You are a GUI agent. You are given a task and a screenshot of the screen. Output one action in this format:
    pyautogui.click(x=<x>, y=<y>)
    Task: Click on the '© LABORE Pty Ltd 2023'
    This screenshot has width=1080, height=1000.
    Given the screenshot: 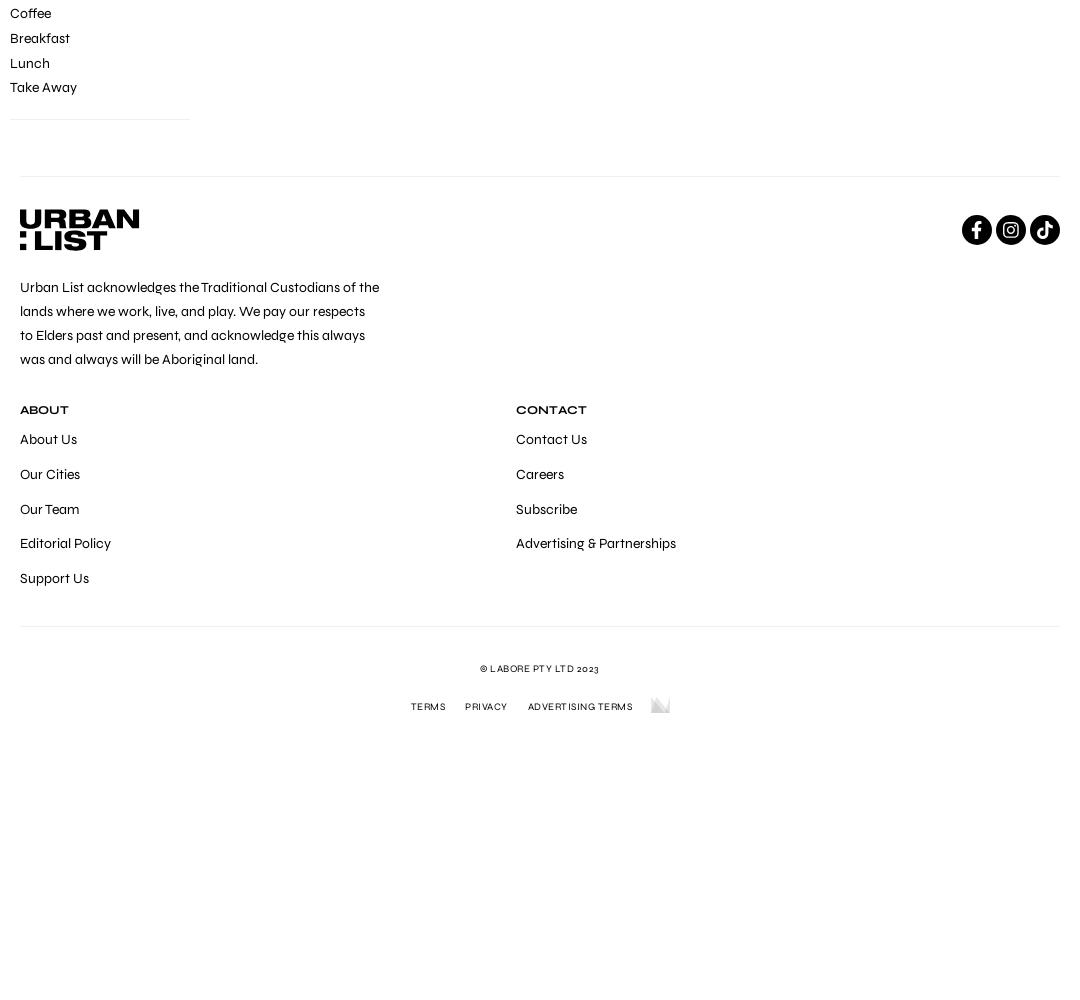 What is the action you would take?
    pyautogui.click(x=538, y=668)
    